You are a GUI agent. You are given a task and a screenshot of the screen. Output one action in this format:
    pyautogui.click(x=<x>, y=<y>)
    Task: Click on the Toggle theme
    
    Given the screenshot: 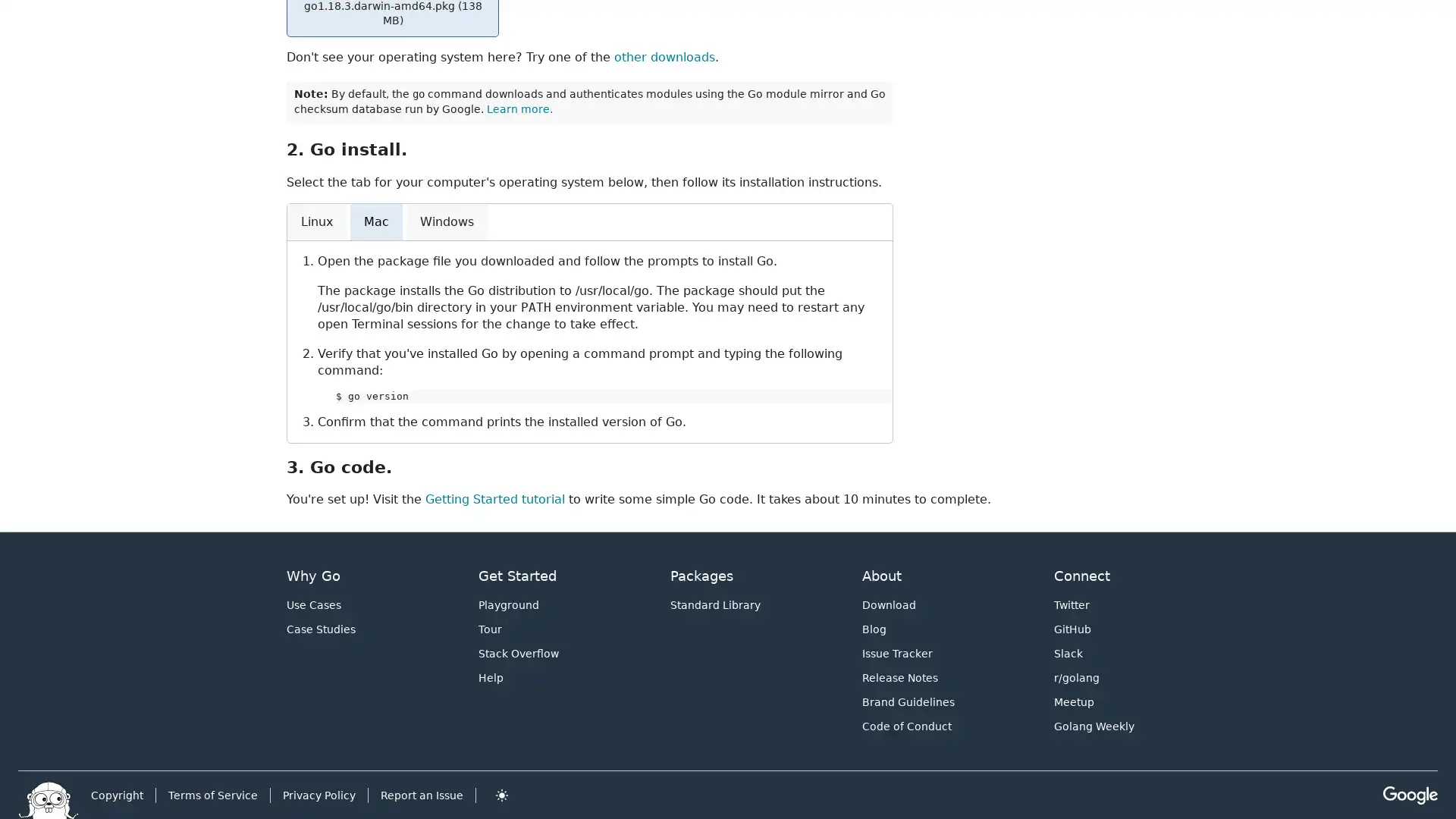 What is the action you would take?
    pyautogui.click(x=502, y=795)
    